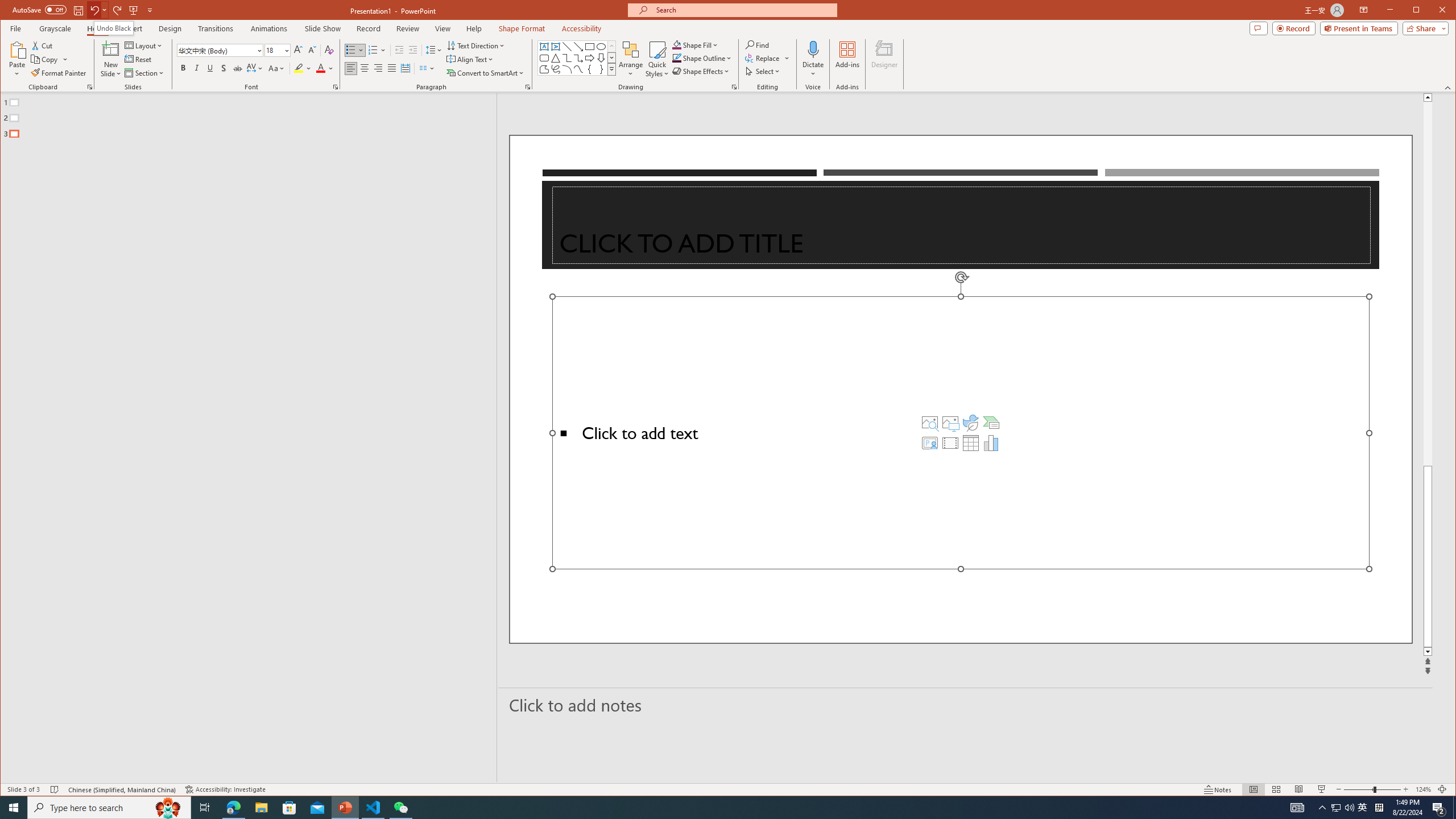  I want to click on 'Insert an Icon', so click(971, 422).